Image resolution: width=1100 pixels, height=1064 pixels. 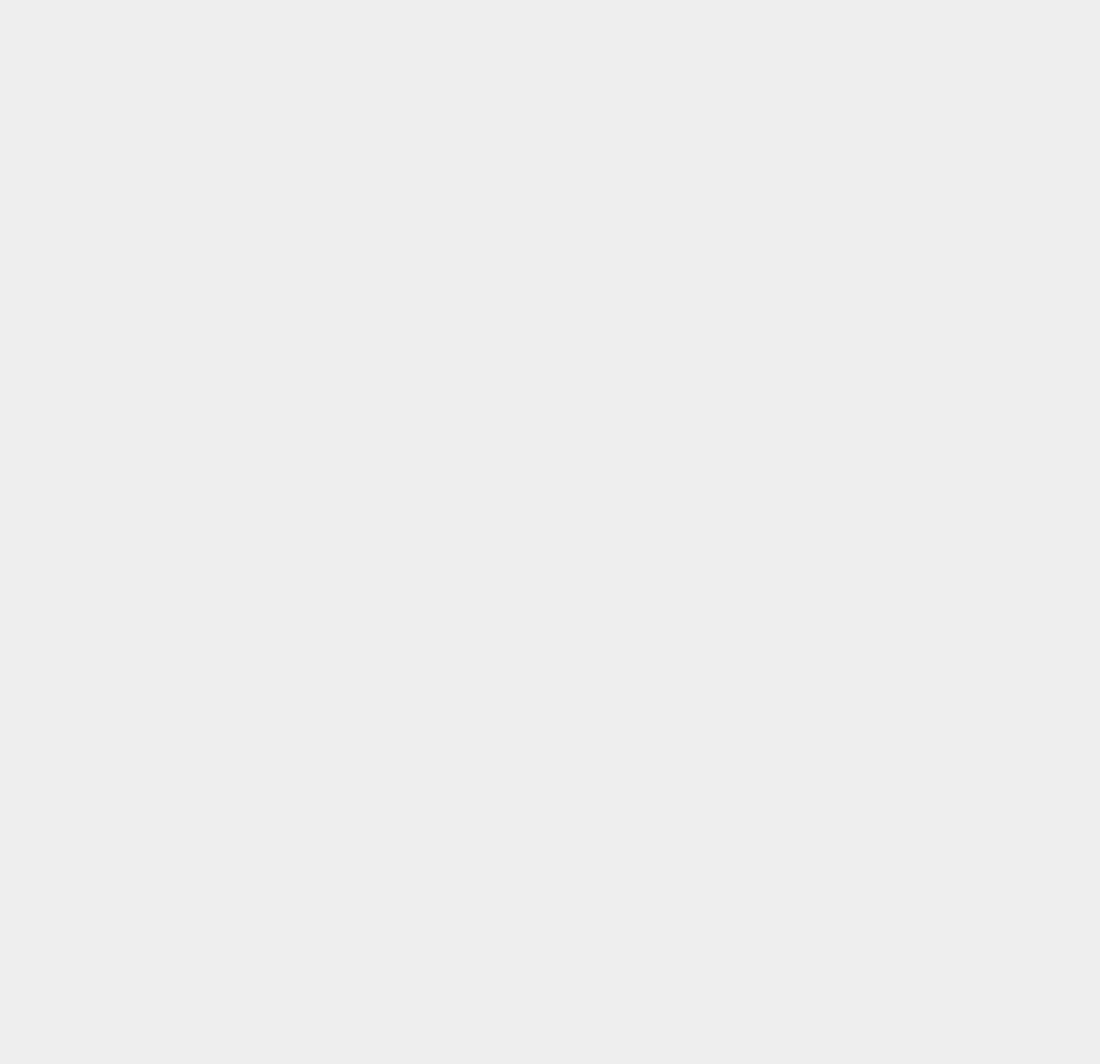 What do you see at coordinates (832, 636) in the screenshot?
I see `'Android PC Suites'` at bounding box center [832, 636].